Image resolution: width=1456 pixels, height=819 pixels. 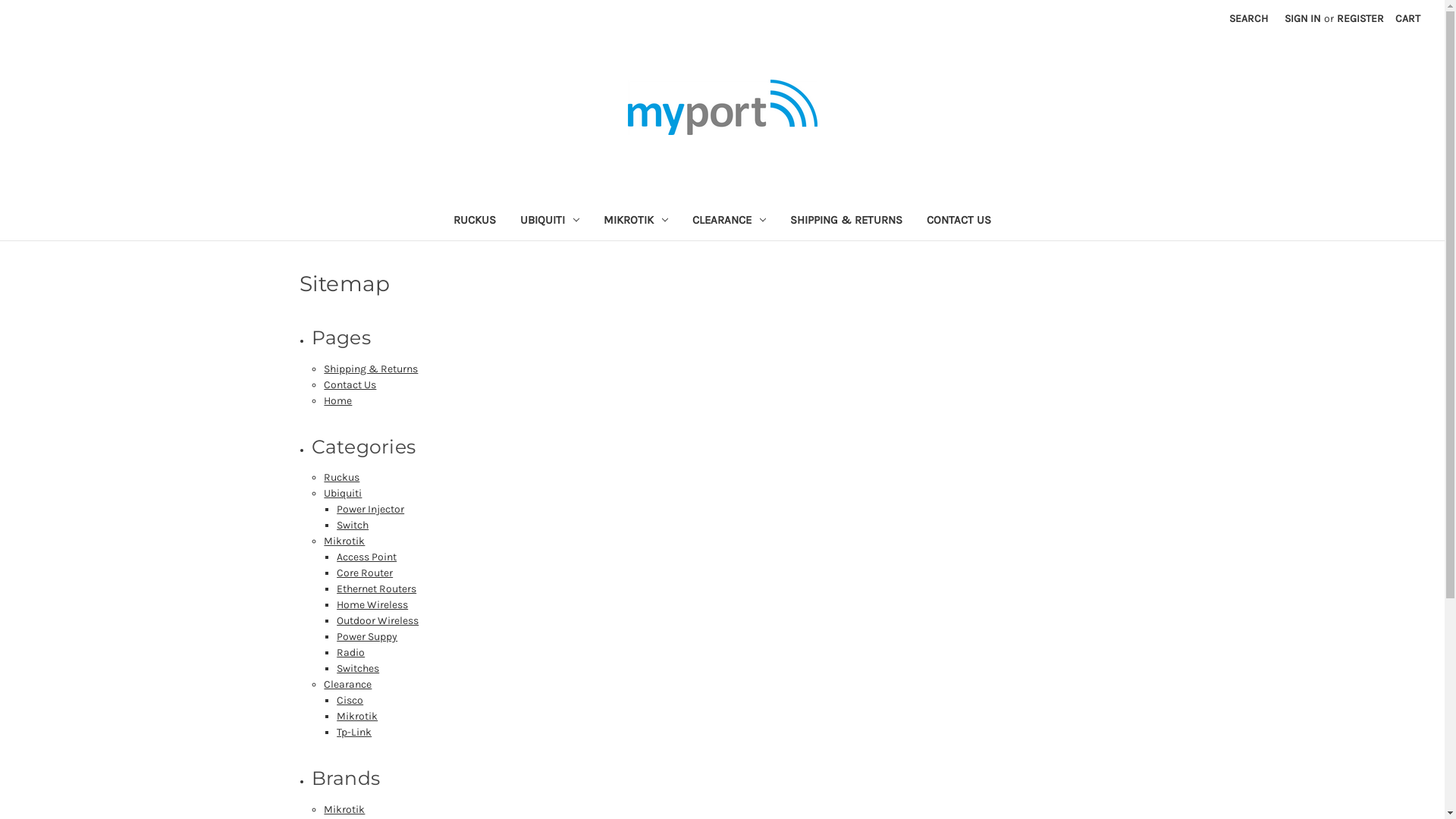 What do you see at coordinates (378, 620) in the screenshot?
I see `'Outdoor Wireless'` at bounding box center [378, 620].